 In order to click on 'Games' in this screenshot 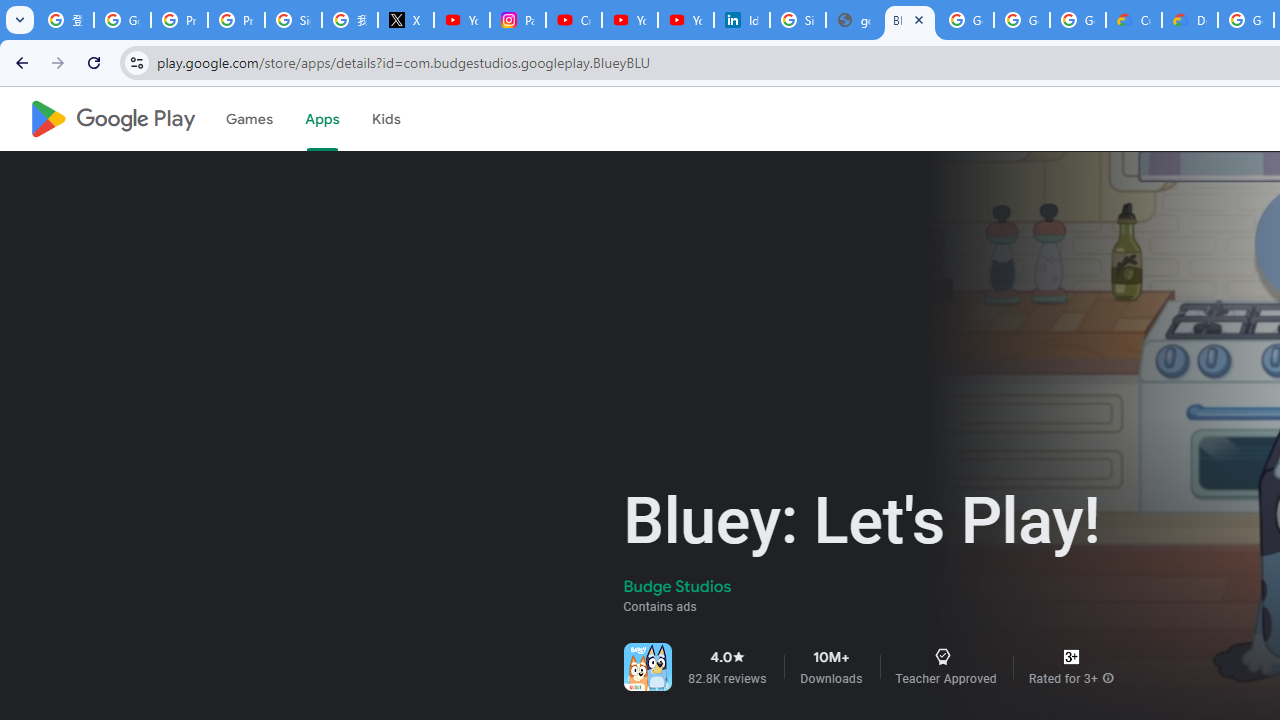, I will do `click(247, 119)`.